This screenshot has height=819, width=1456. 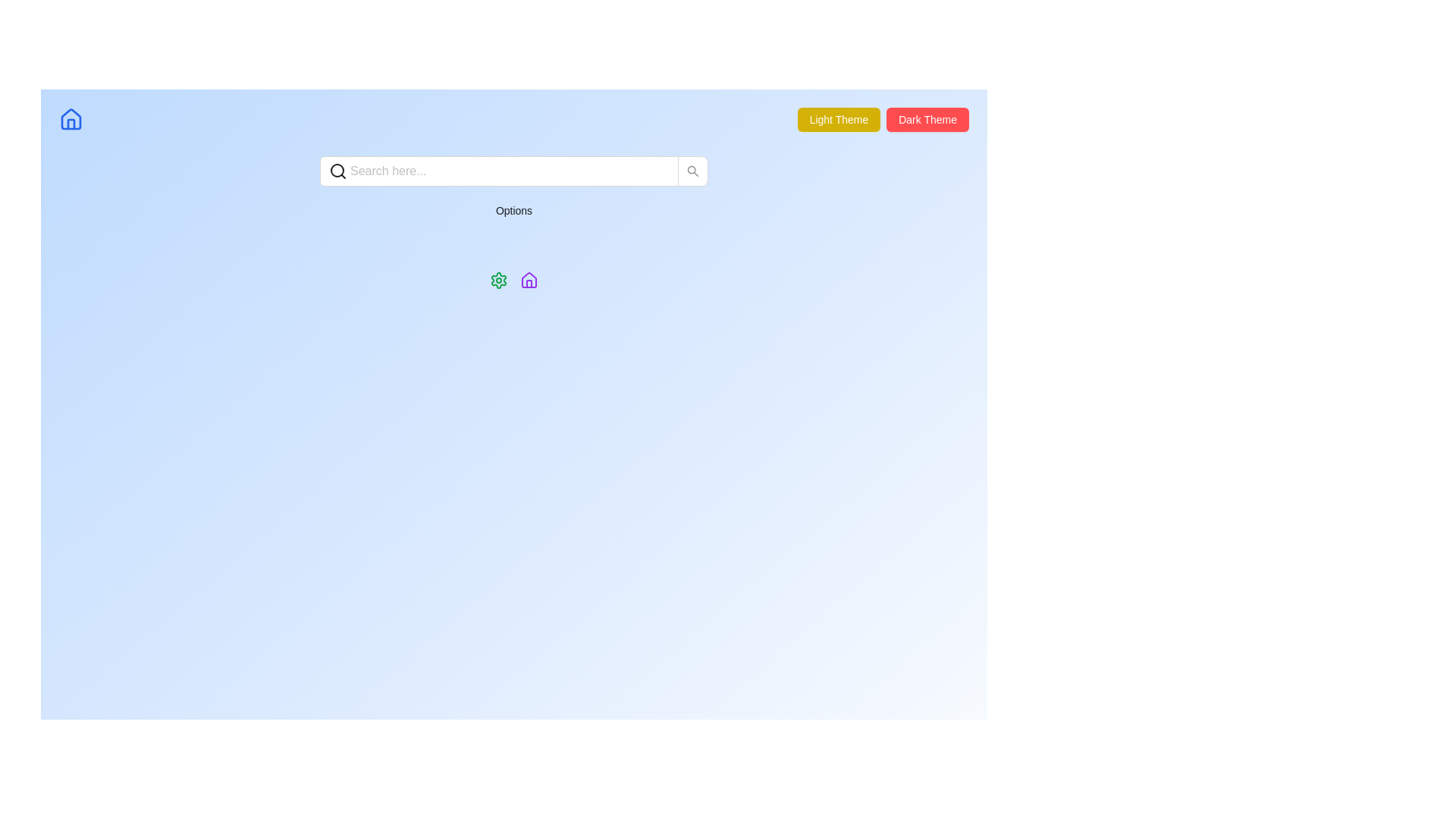 I want to click on the search button positioned to the right of the search input field to initiate a search operation, so click(x=692, y=171).